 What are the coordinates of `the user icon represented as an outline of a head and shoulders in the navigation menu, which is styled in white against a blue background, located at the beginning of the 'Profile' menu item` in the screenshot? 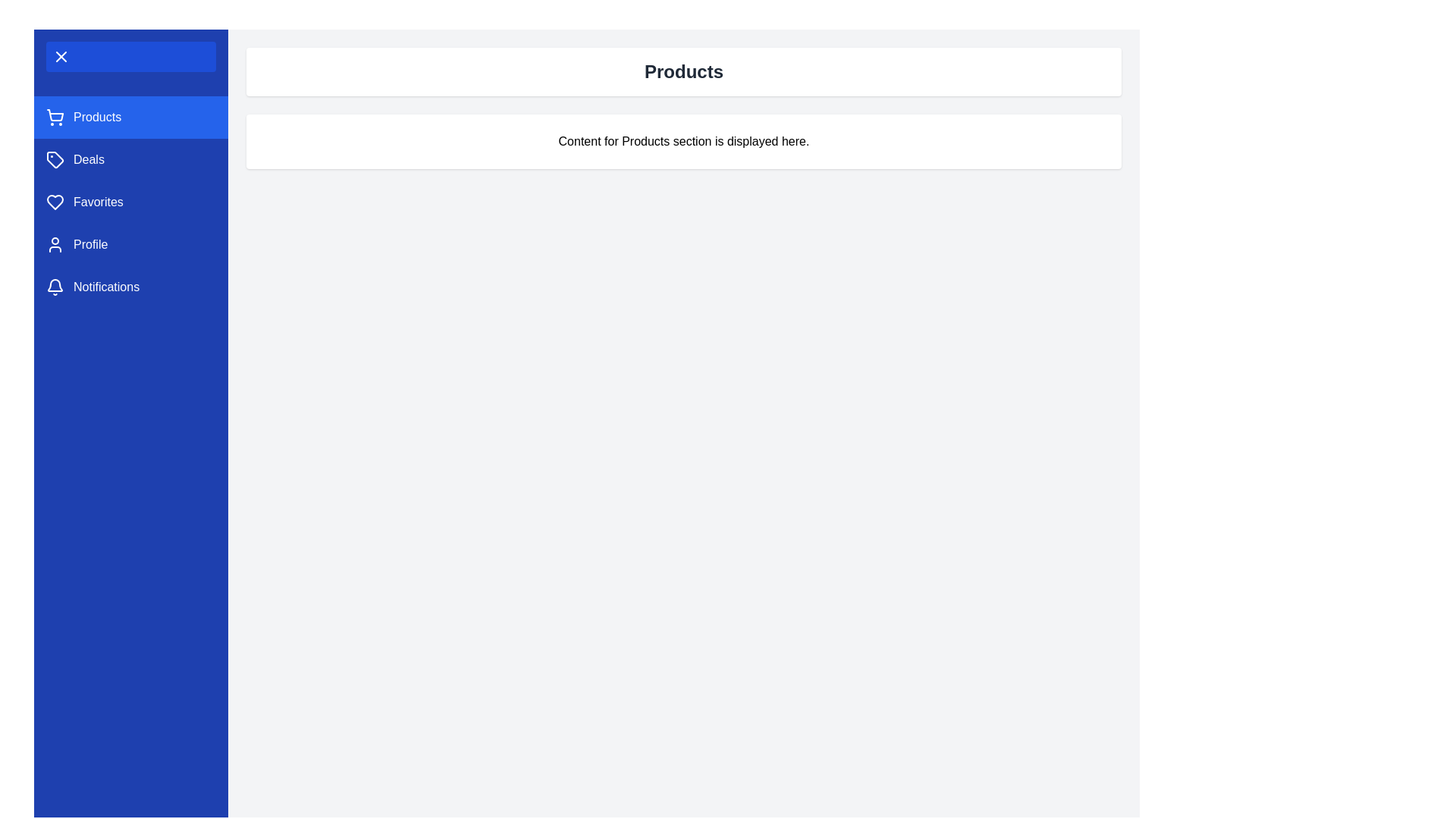 It's located at (55, 244).